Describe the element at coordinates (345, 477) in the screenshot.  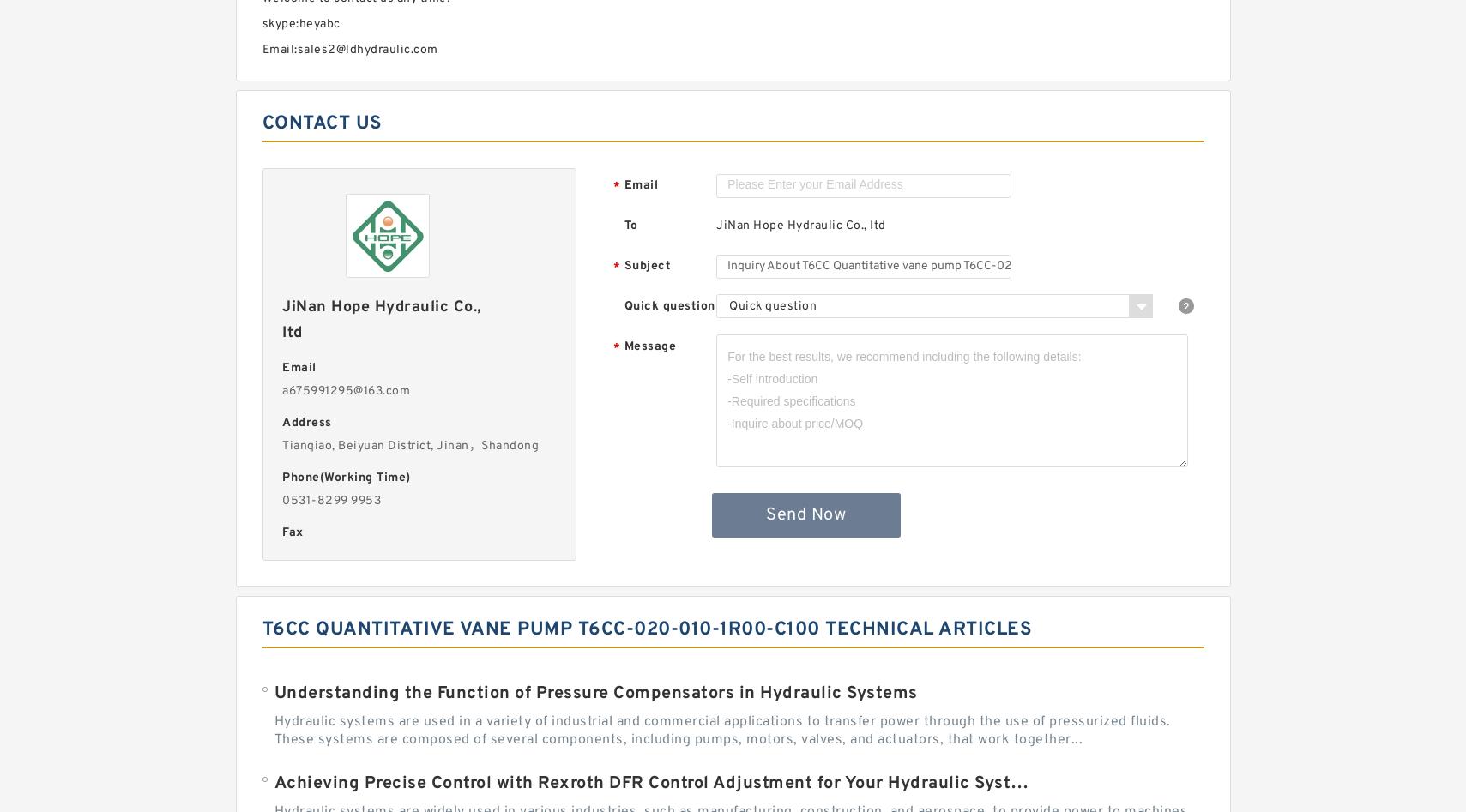
I see `'Phone(Working Time)'` at that location.